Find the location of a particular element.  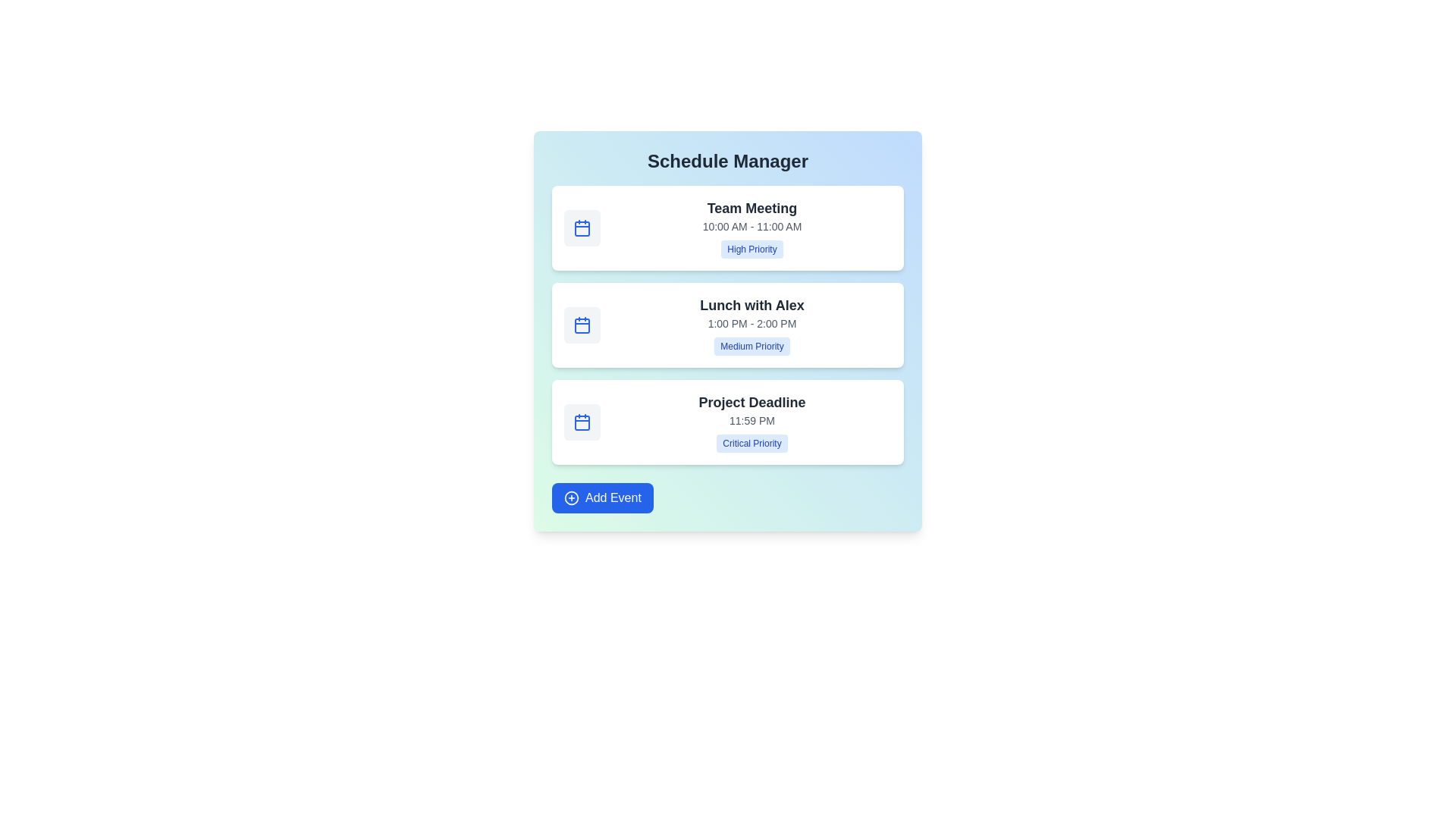

'Add Event' button to create a new event is located at coordinates (601, 497).